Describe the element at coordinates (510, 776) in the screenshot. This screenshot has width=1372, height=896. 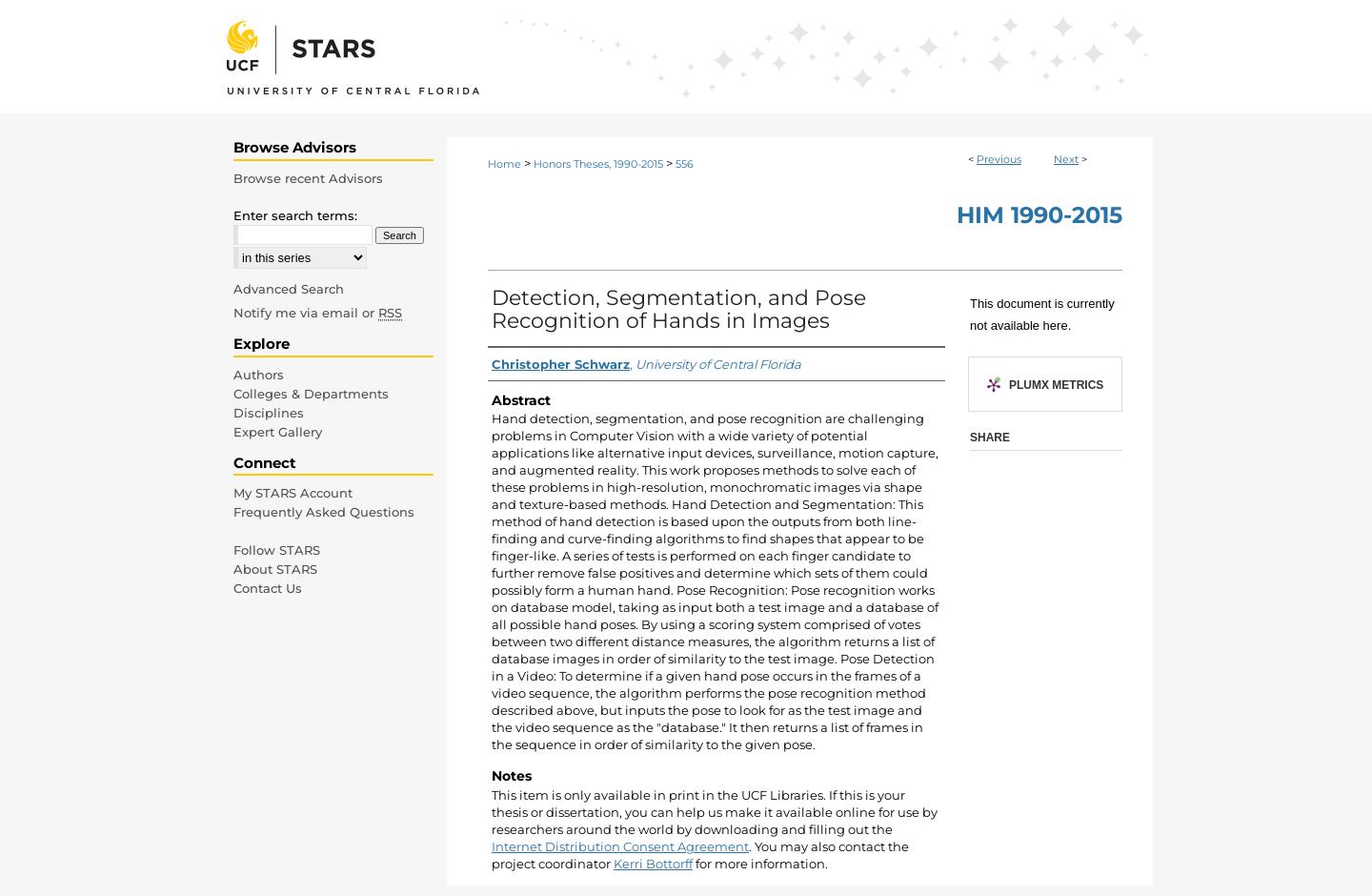
I see `'Notes'` at that location.